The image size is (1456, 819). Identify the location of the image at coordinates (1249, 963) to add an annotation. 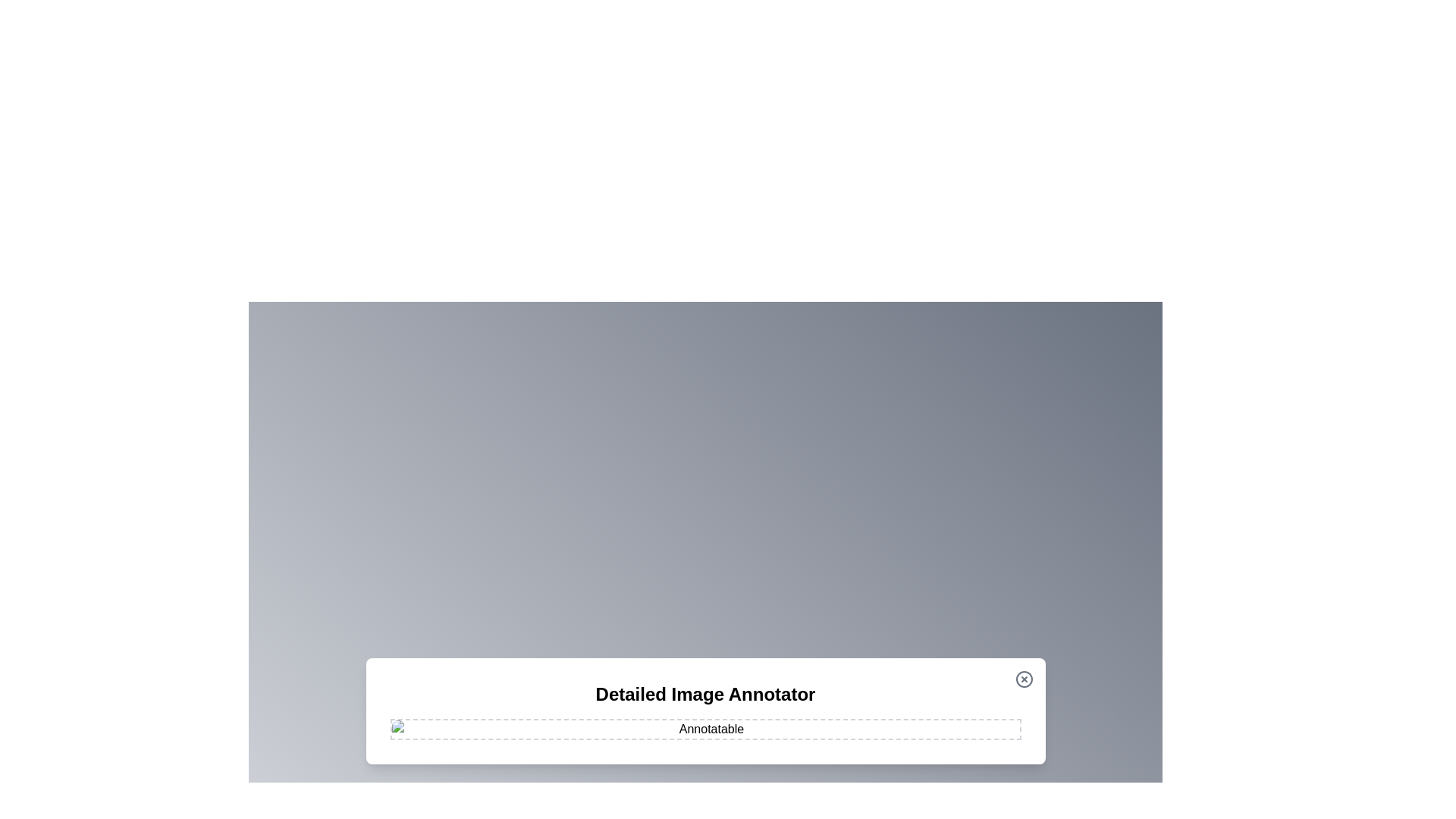
(946, 730).